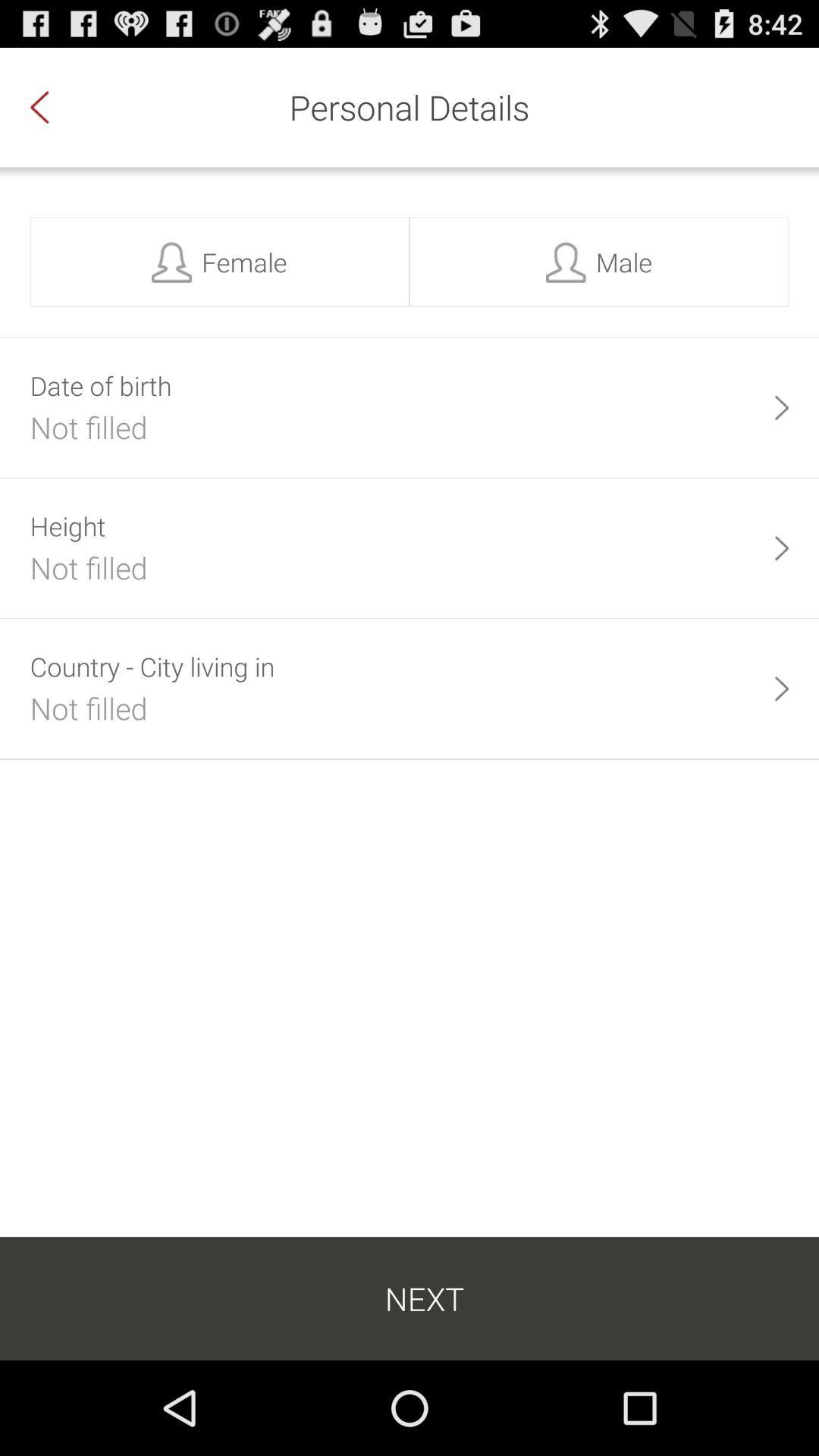  What do you see at coordinates (781, 688) in the screenshot?
I see `the item next to the country city living item` at bounding box center [781, 688].